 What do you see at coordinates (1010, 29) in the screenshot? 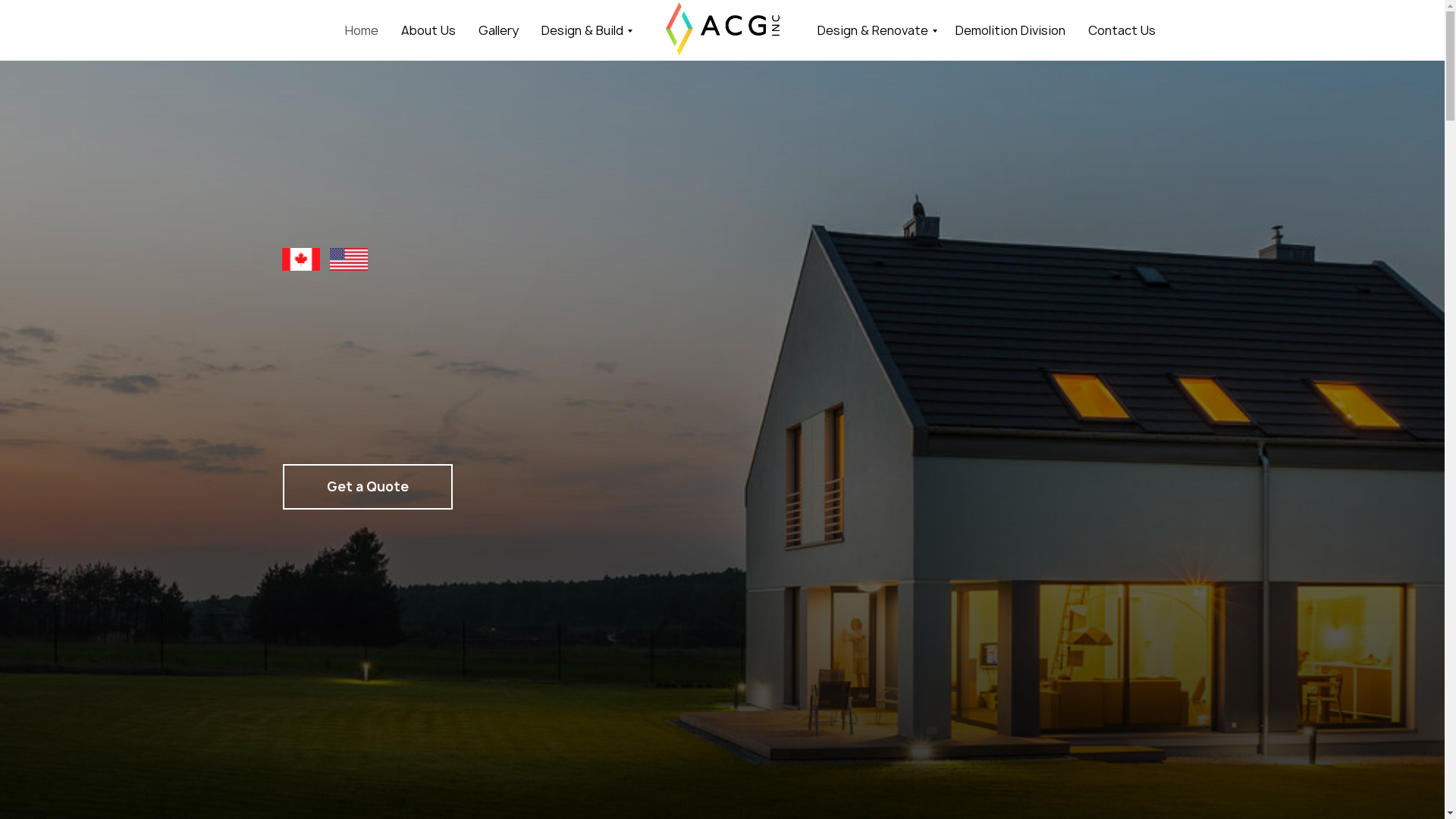
I see `'Demolition Division'` at bounding box center [1010, 29].